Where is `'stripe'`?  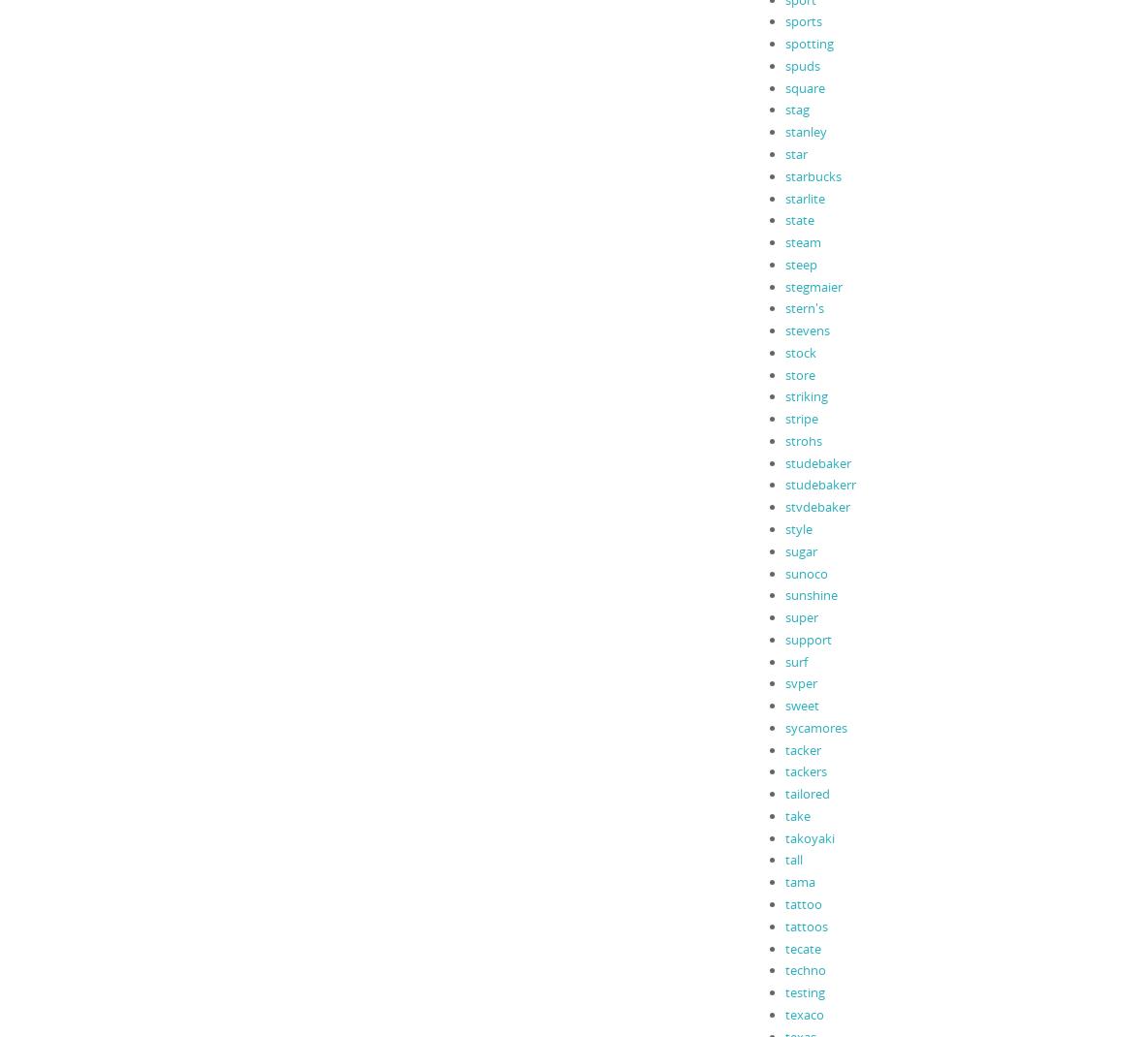 'stripe' is located at coordinates (800, 417).